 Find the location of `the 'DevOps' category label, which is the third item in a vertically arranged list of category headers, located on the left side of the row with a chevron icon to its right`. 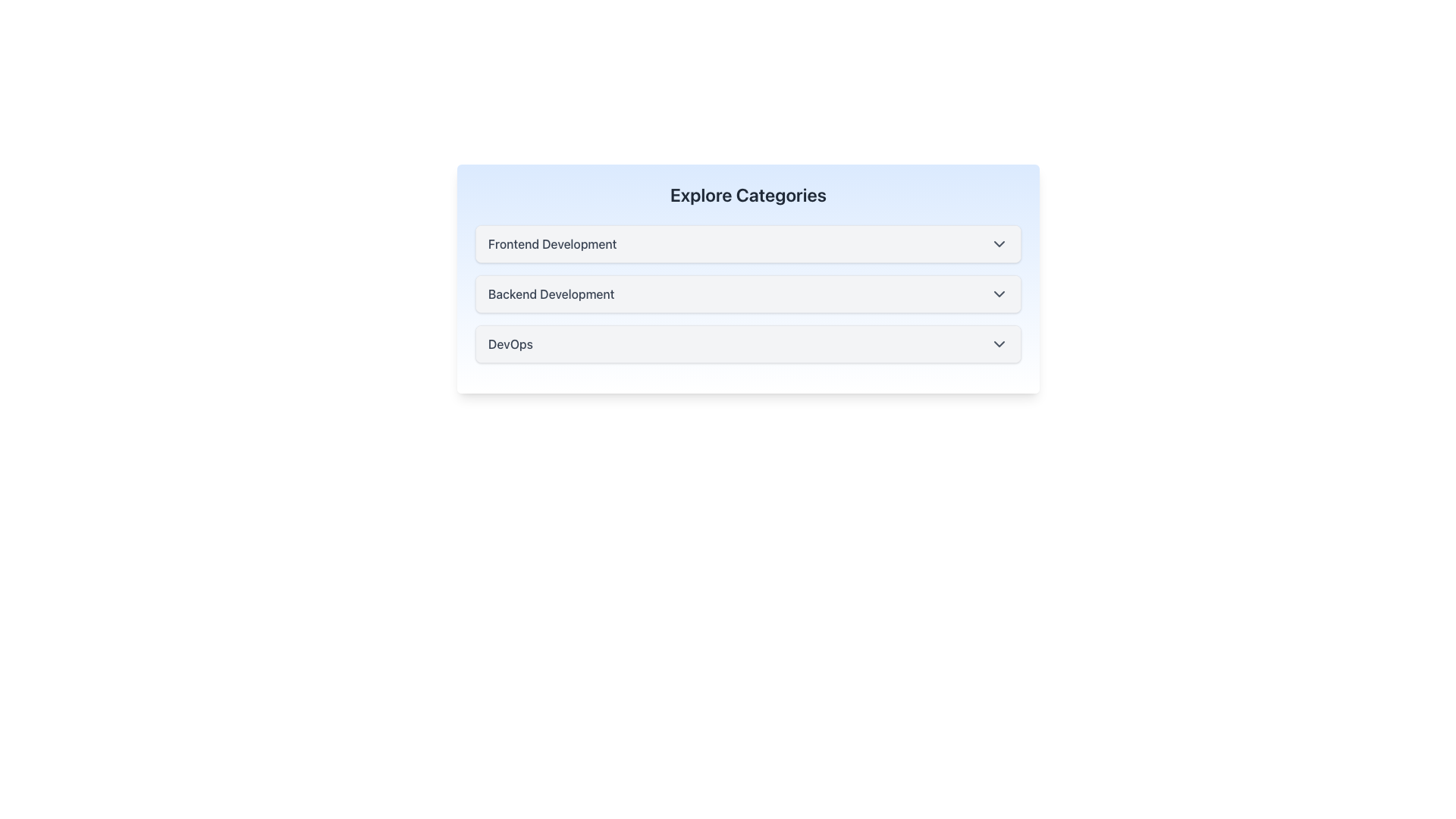

the 'DevOps' category label, which is the third item in a vertically arranged list of category headers, located on the left side of the row with a chevron icon to its right is located at coordinates (510, 344).